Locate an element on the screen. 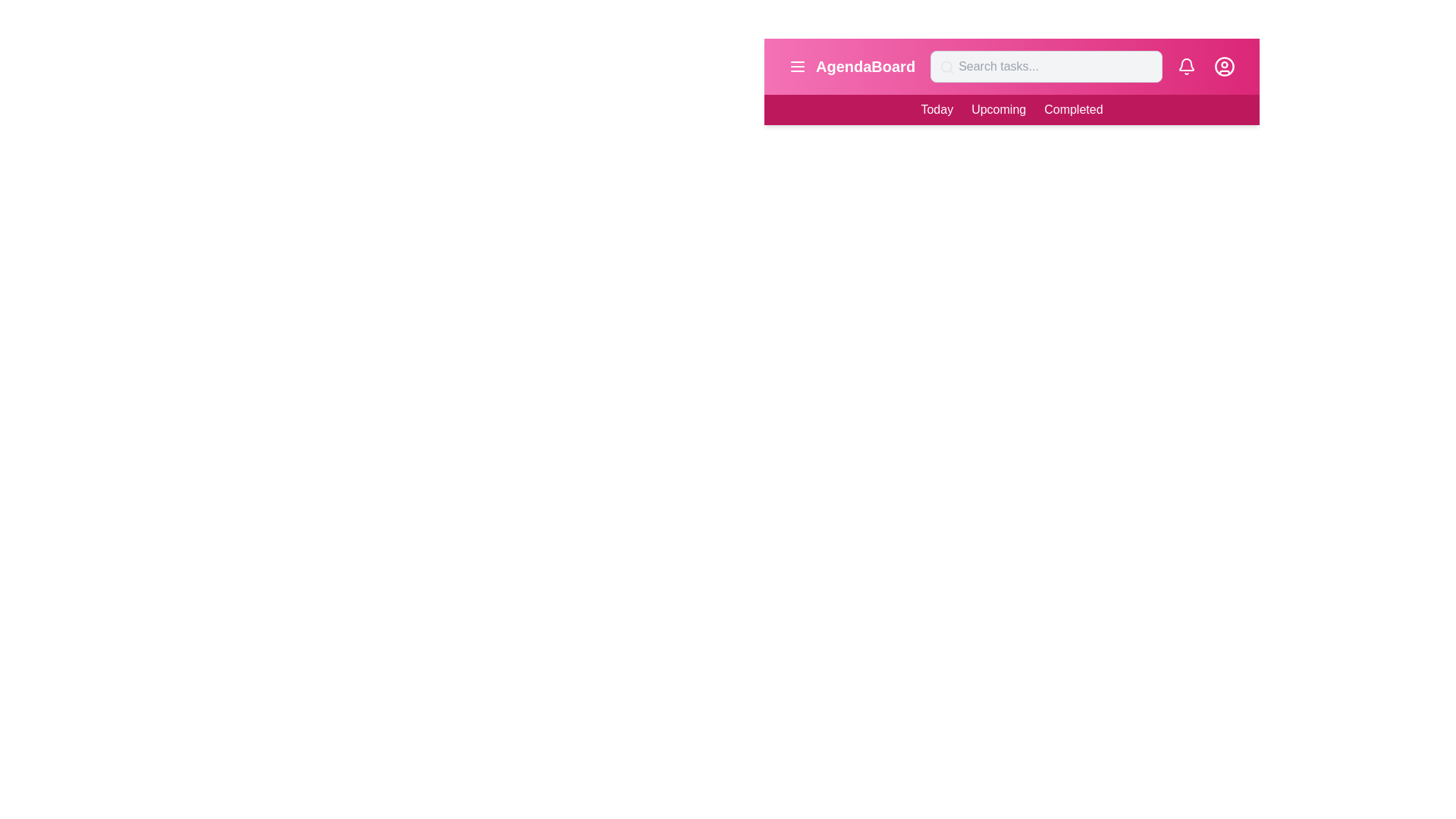 The image size is (1456, 819). the user profile icon is located at coordinates (1224, 66).